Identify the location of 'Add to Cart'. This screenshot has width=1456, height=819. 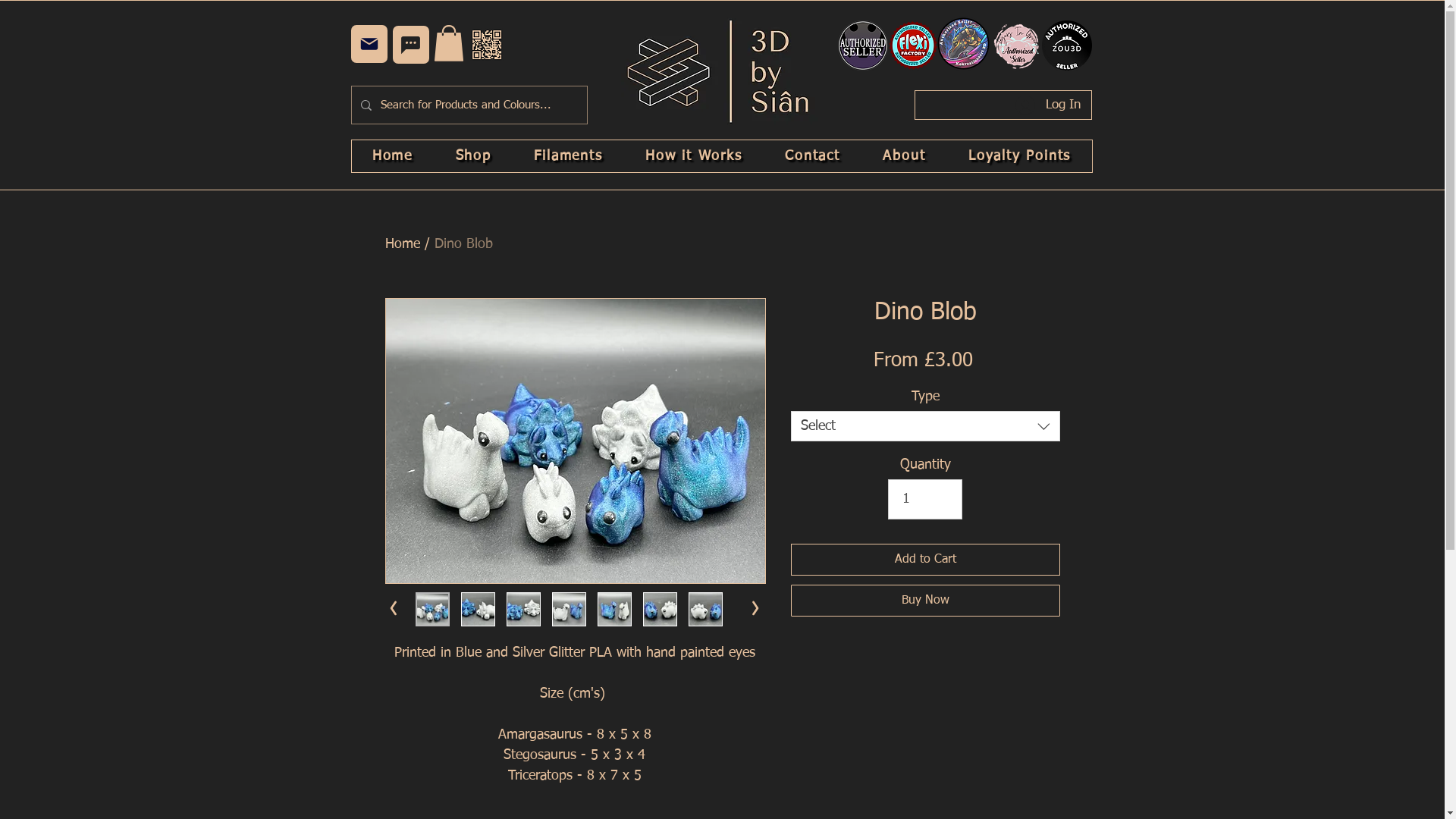
(924, 559).